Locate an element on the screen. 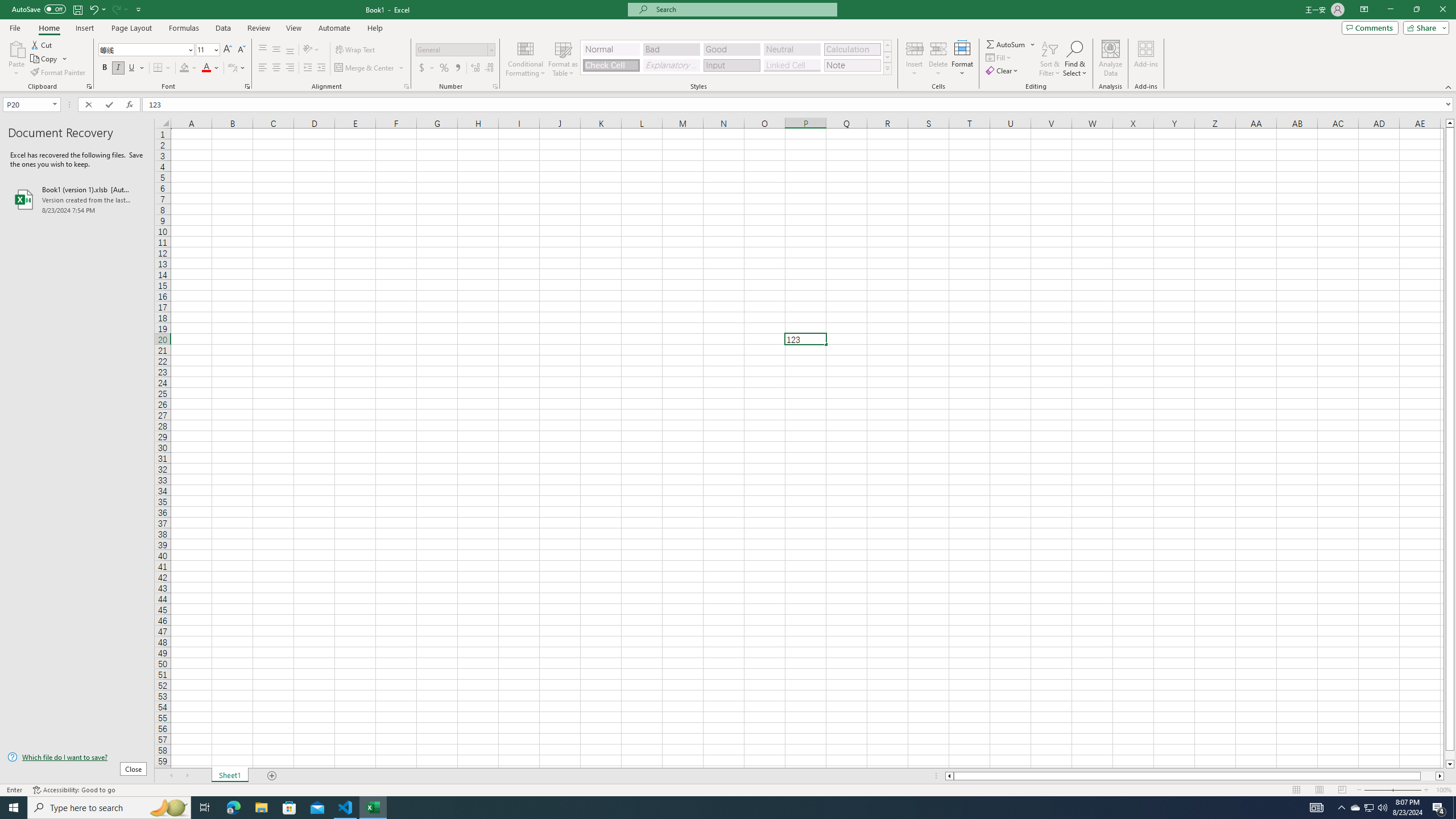 Image resolution: width=1456 pixels, height=819 pixels. 'Format Cell Font' is located at coordinates (247, 85).